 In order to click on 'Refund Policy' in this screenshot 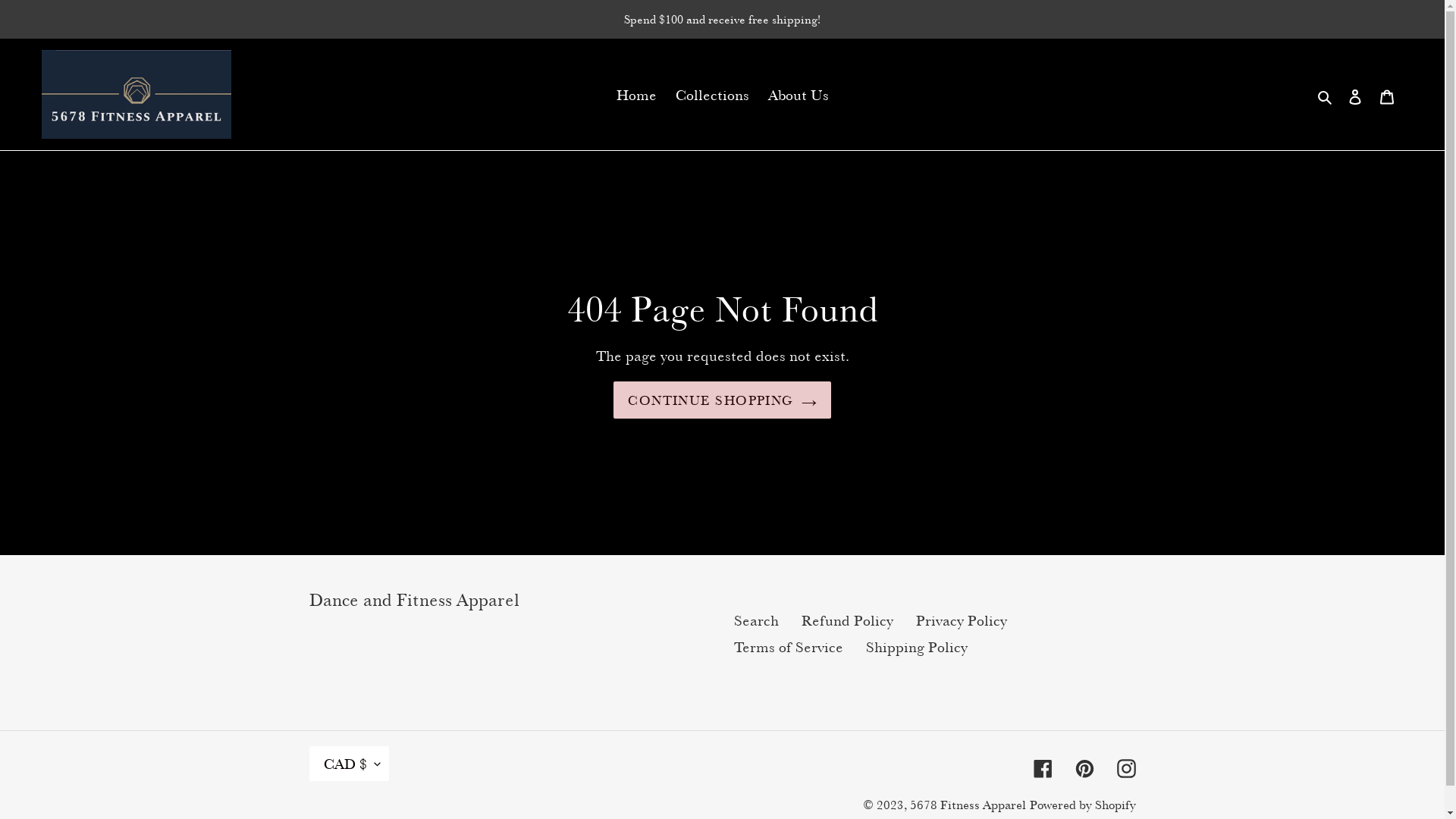, I will do `click(846, 620)`.